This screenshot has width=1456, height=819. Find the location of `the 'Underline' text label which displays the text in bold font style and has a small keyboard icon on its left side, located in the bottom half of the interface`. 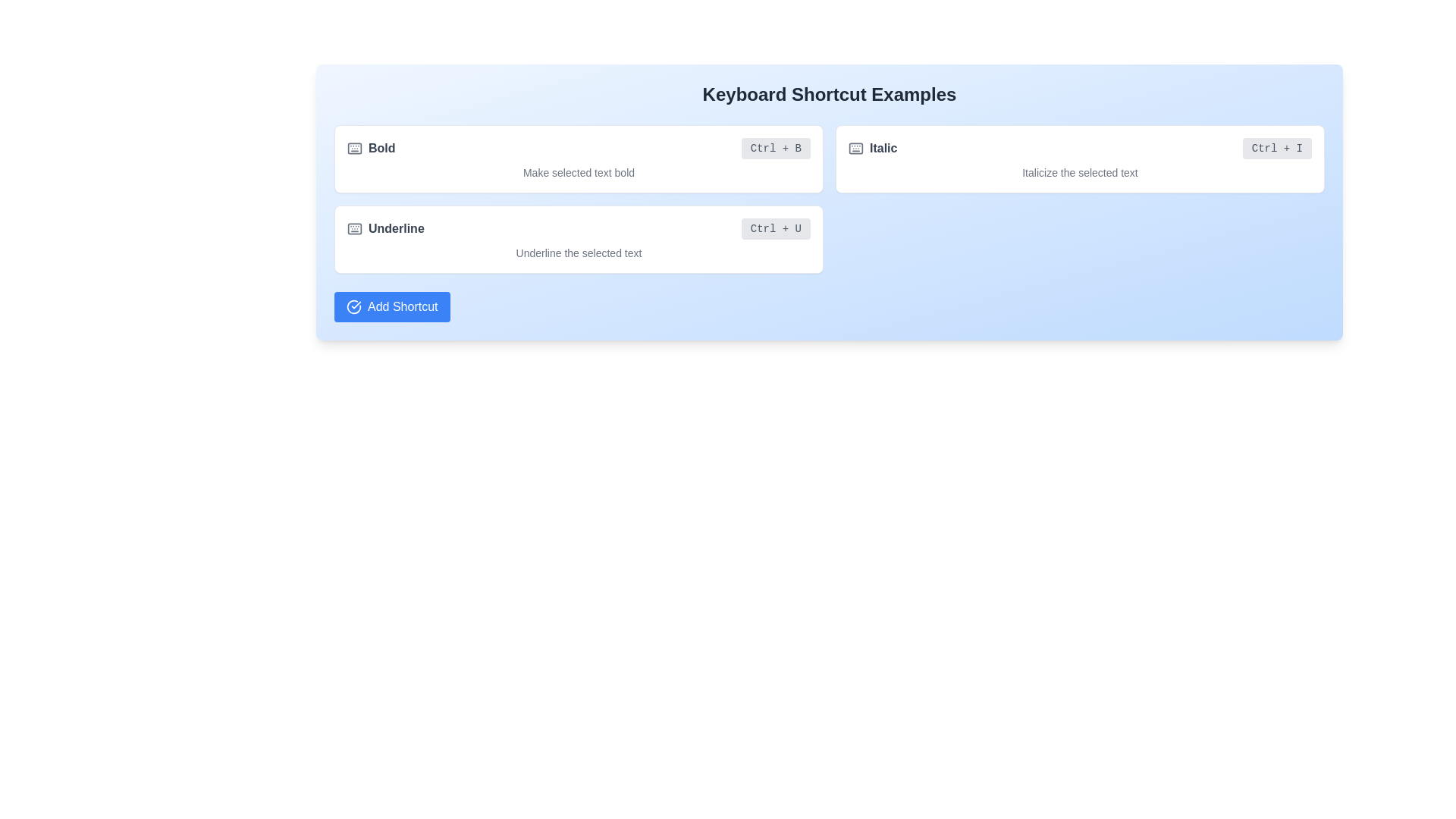

the 'Underline' text label which displays the text in bold font style and has a small keyboard icon on its left side, located in the bottom half of the interface is located at coordinates (385, 228).